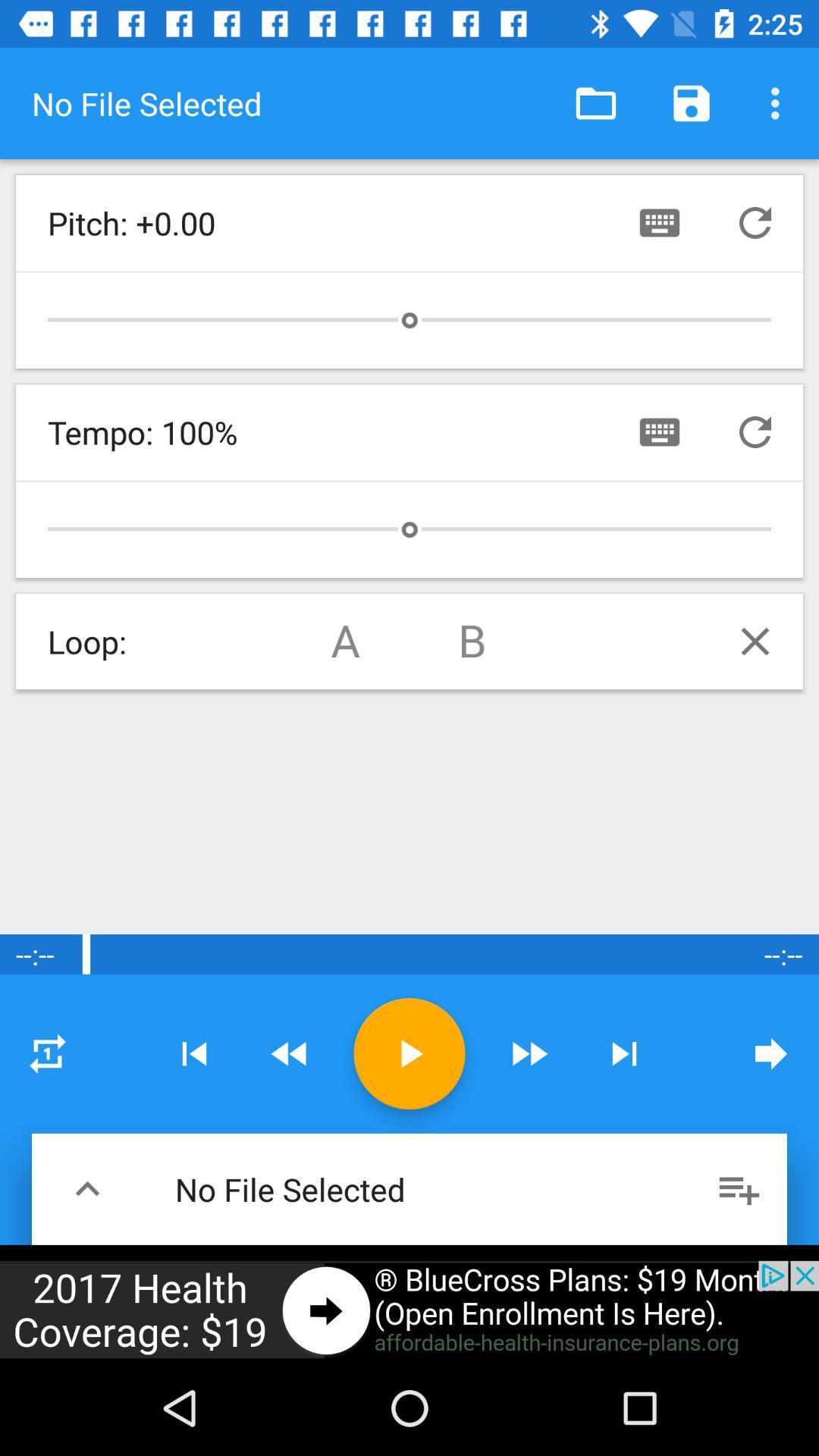 The image size is (819, 1456). What do you see at coordinates (755, 431) in the screenshot?
I see `repeat` at bounding box center [755, 431].